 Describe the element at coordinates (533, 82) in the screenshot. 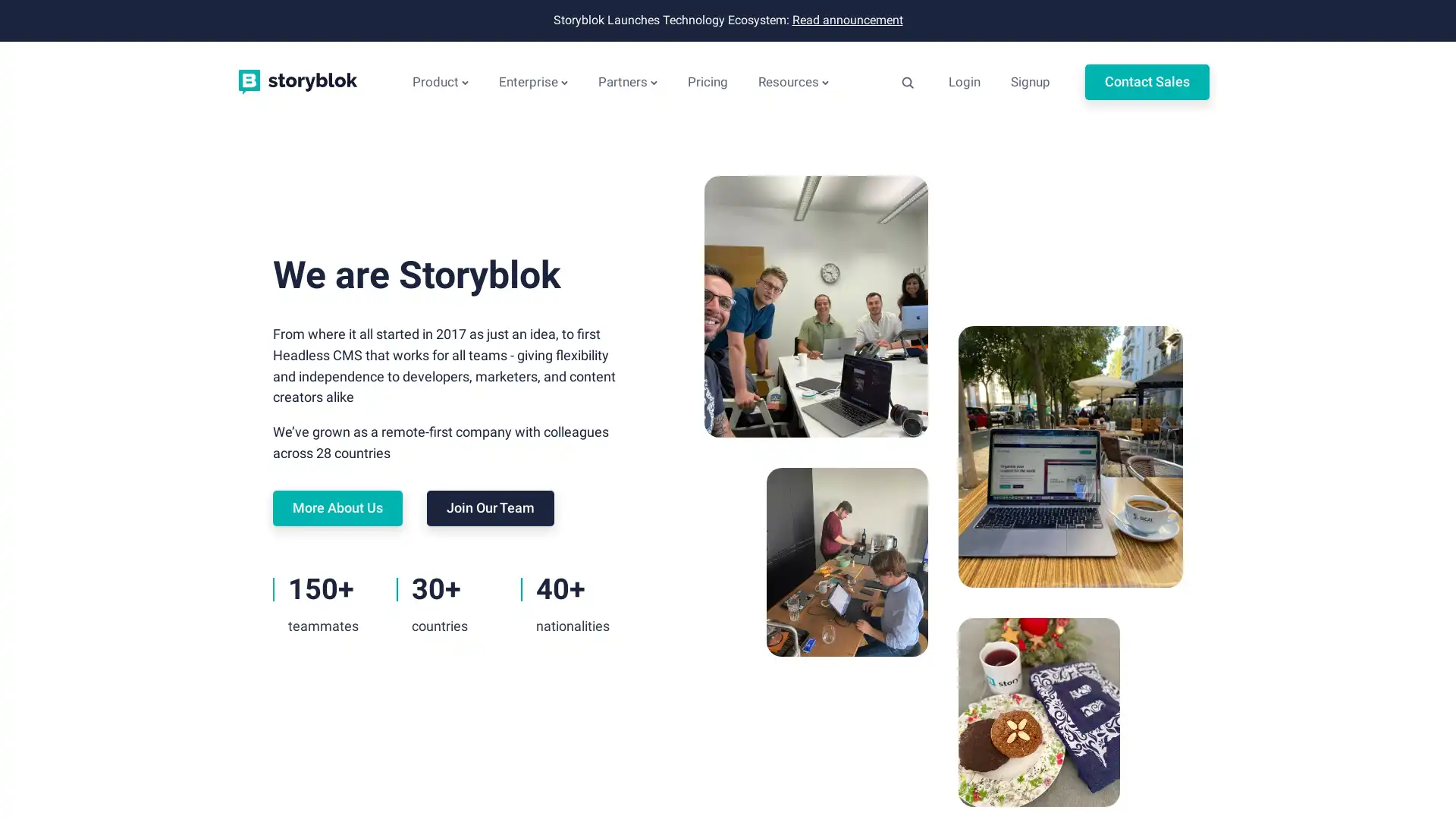

I see `Enterprise` at that location.